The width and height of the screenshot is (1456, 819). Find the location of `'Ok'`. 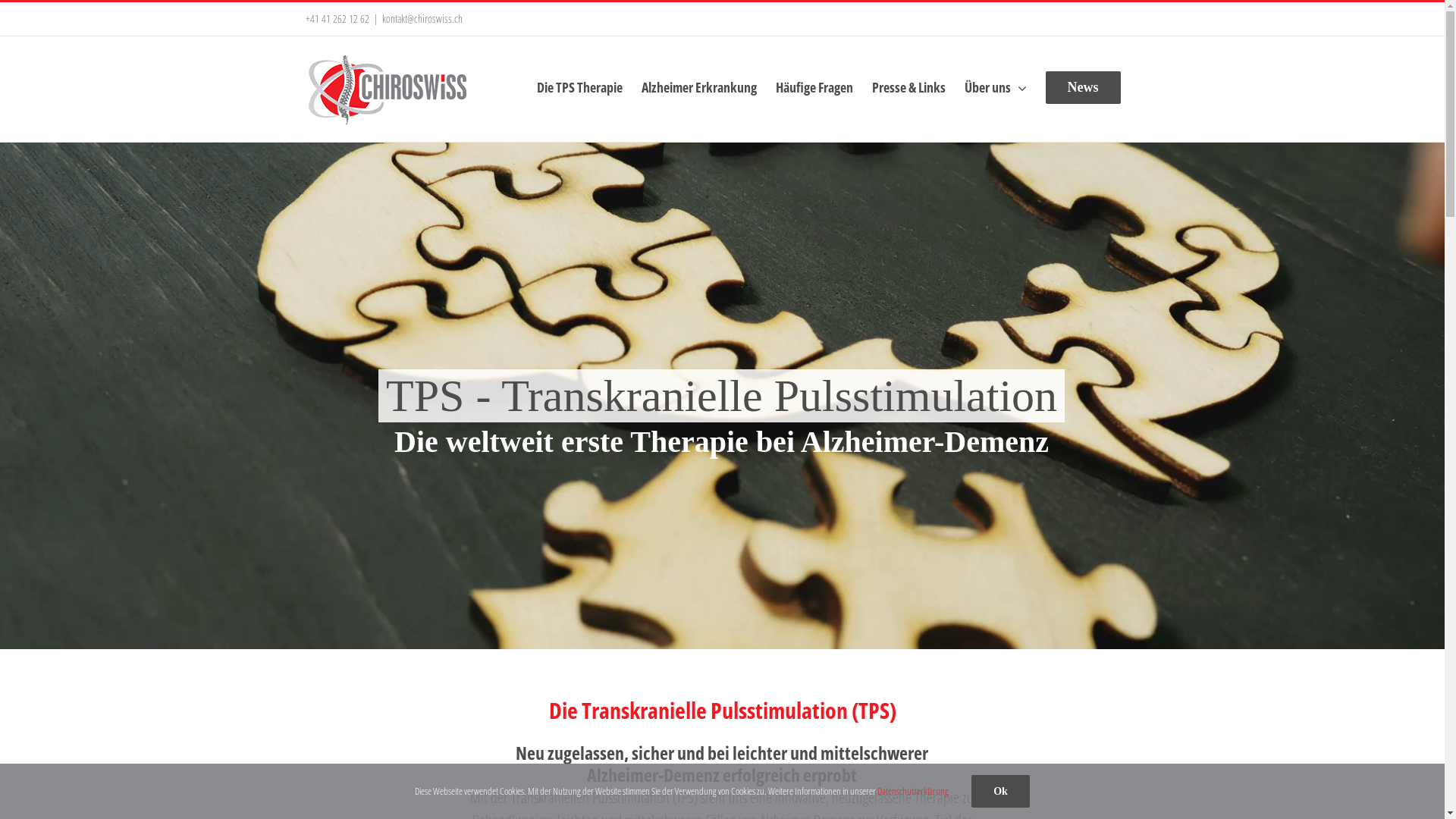

'Ok' is located at coordinates (971, 790).